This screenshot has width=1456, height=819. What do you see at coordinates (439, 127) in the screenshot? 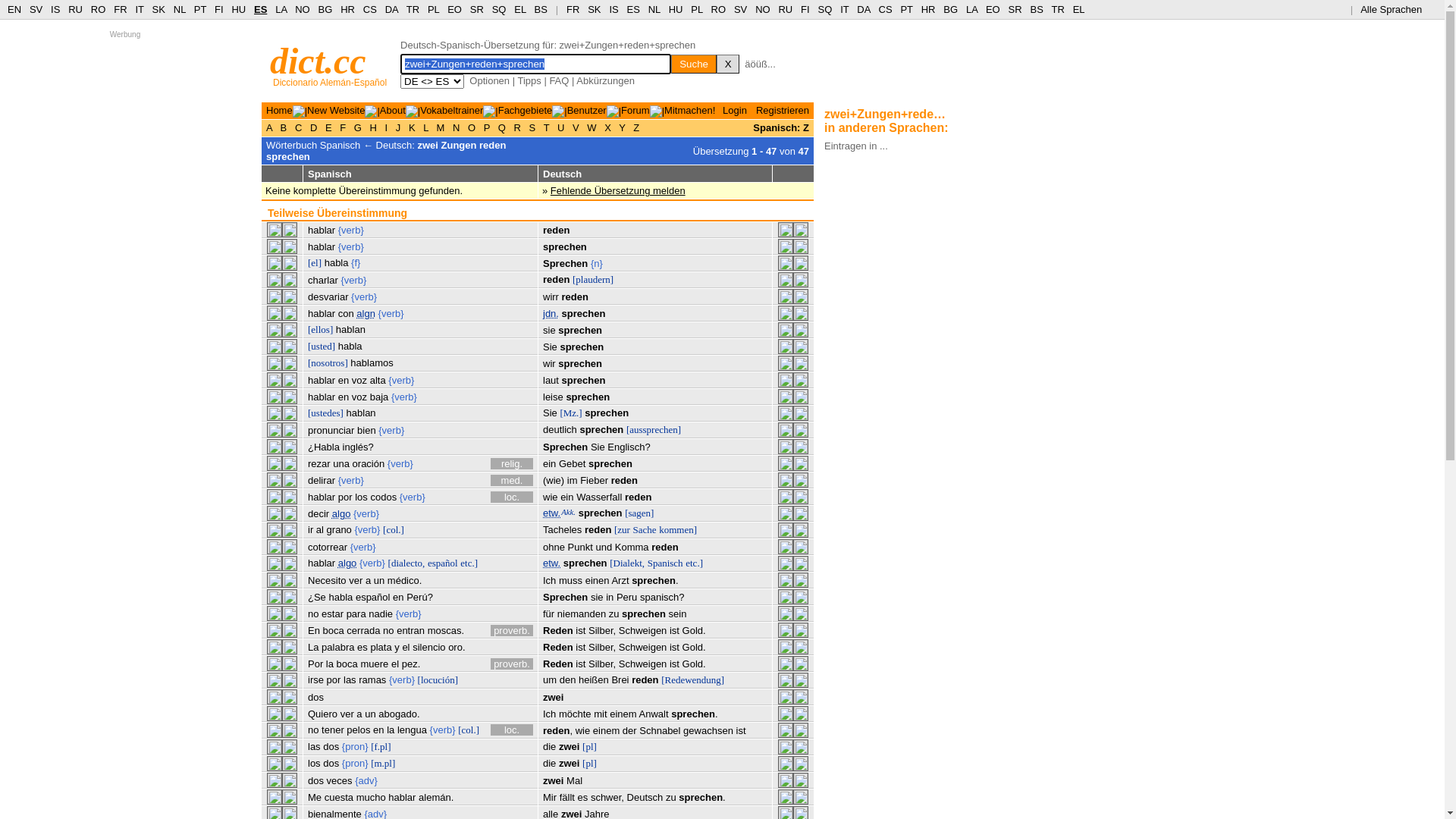
I see `'M'` at bounding box center [439, 127].